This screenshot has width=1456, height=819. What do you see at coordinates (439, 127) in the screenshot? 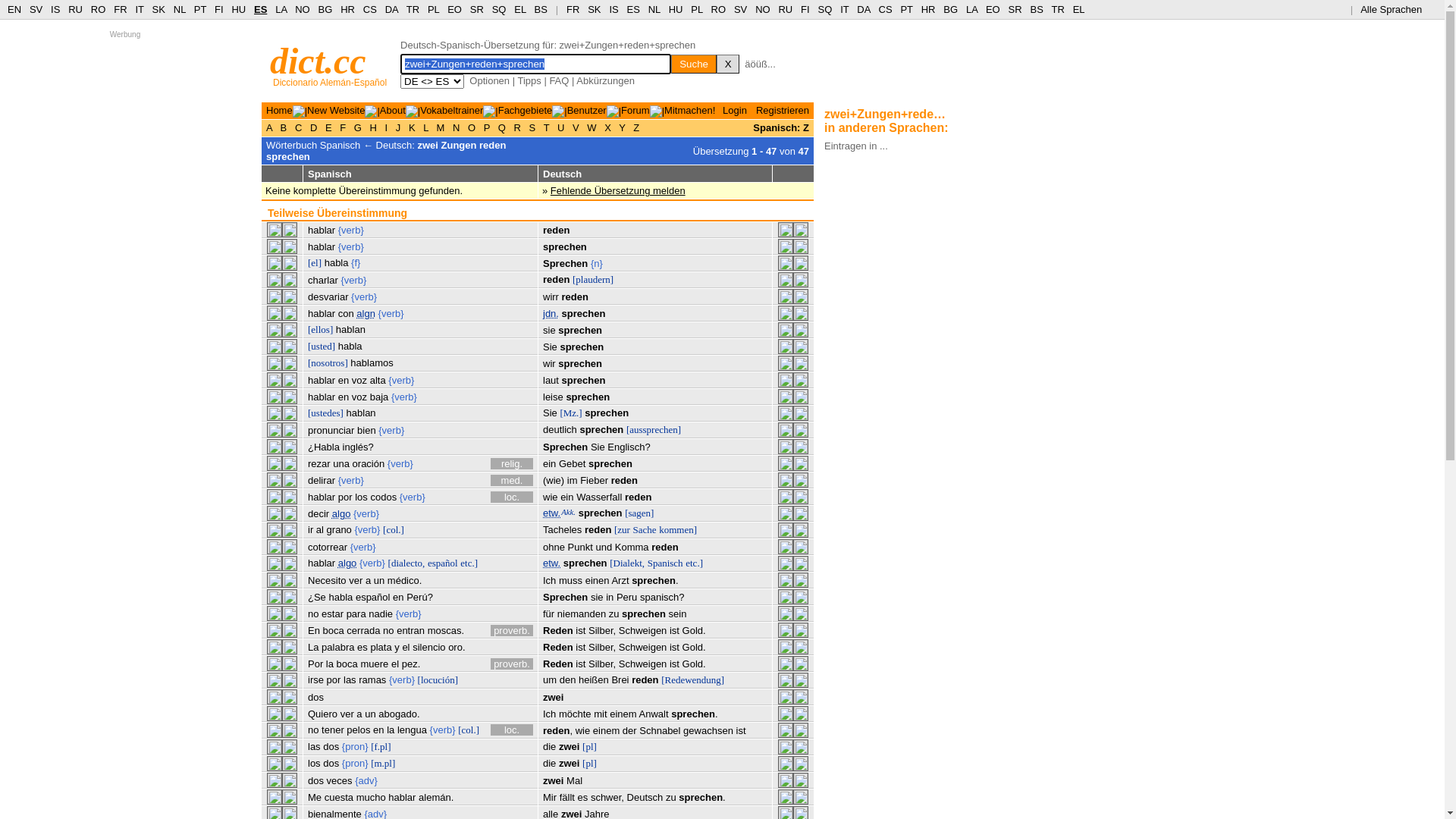
I see `'M'` at bounding box center [439, 127].